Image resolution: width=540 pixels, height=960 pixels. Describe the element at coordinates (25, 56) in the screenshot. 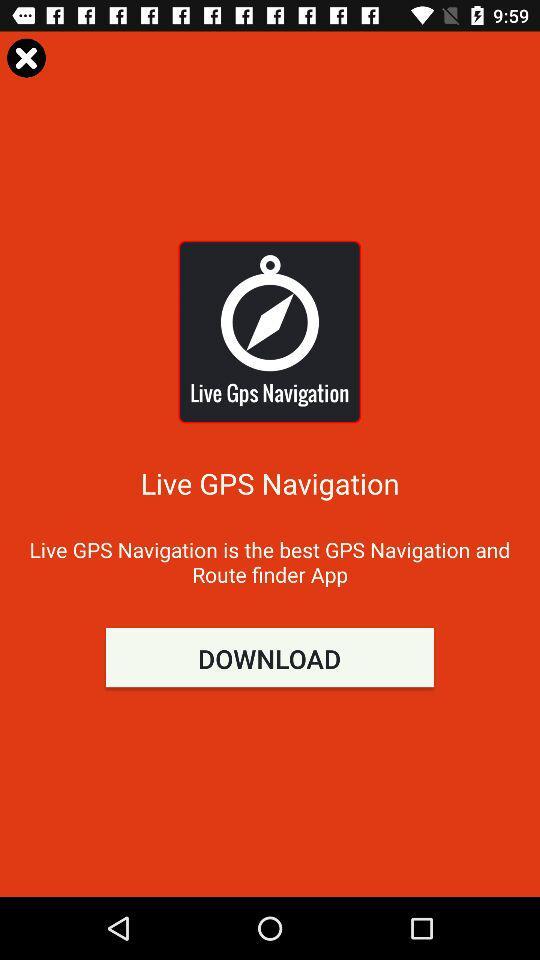

I see `the close icon` at that location.